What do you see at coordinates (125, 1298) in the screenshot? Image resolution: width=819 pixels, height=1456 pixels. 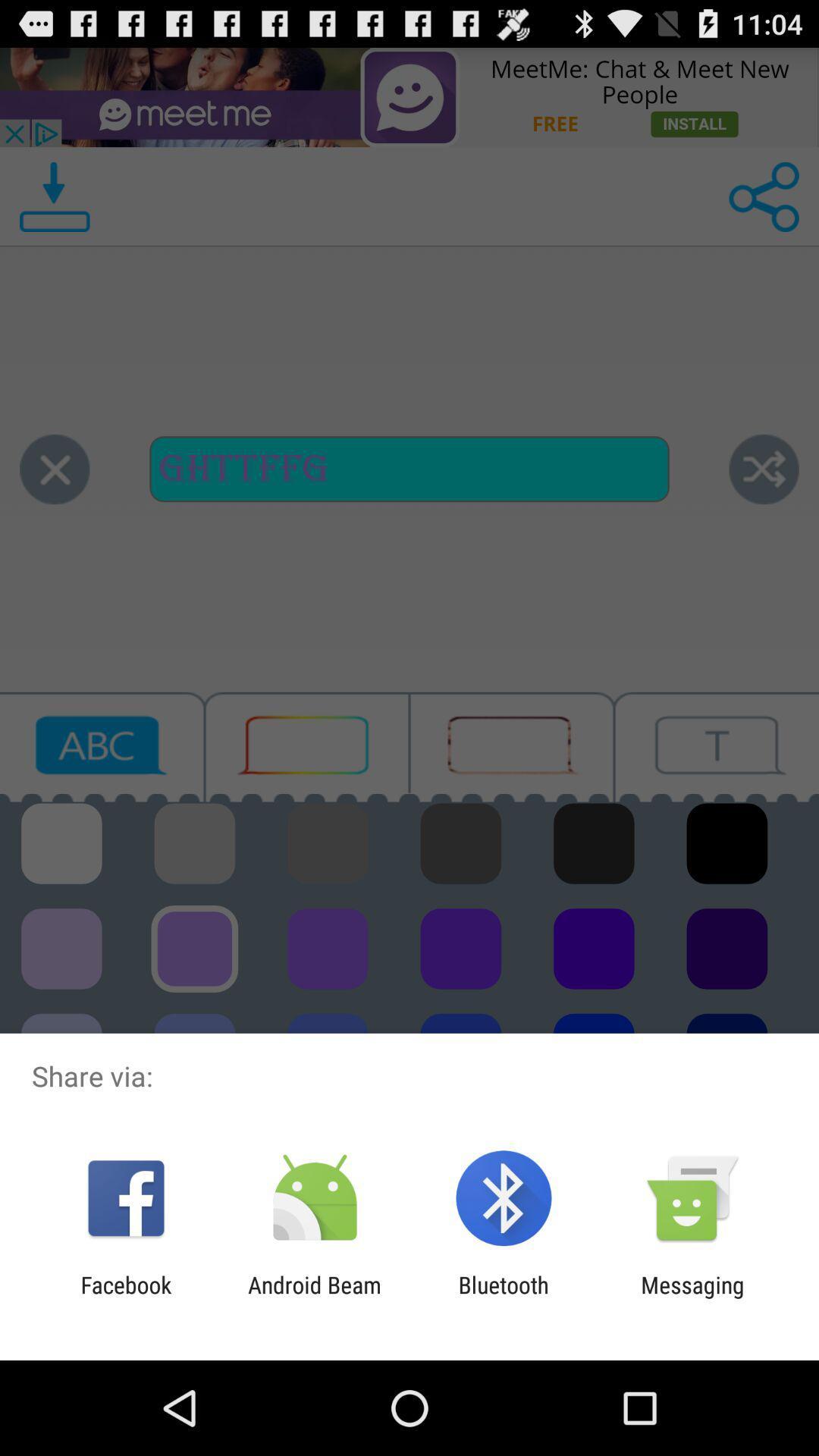 I see `the facebook app` at bounding box center [125, 1298].